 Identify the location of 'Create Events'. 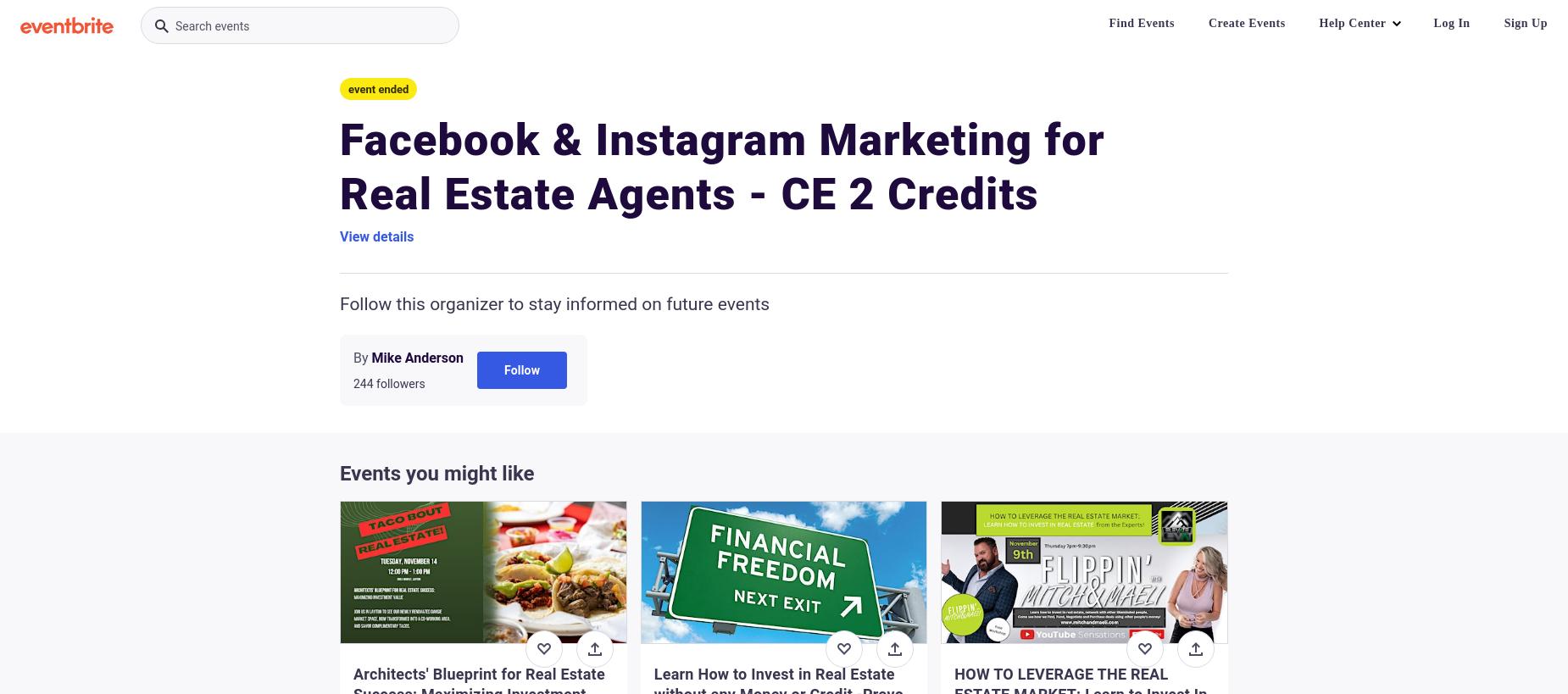
(1246, 22).